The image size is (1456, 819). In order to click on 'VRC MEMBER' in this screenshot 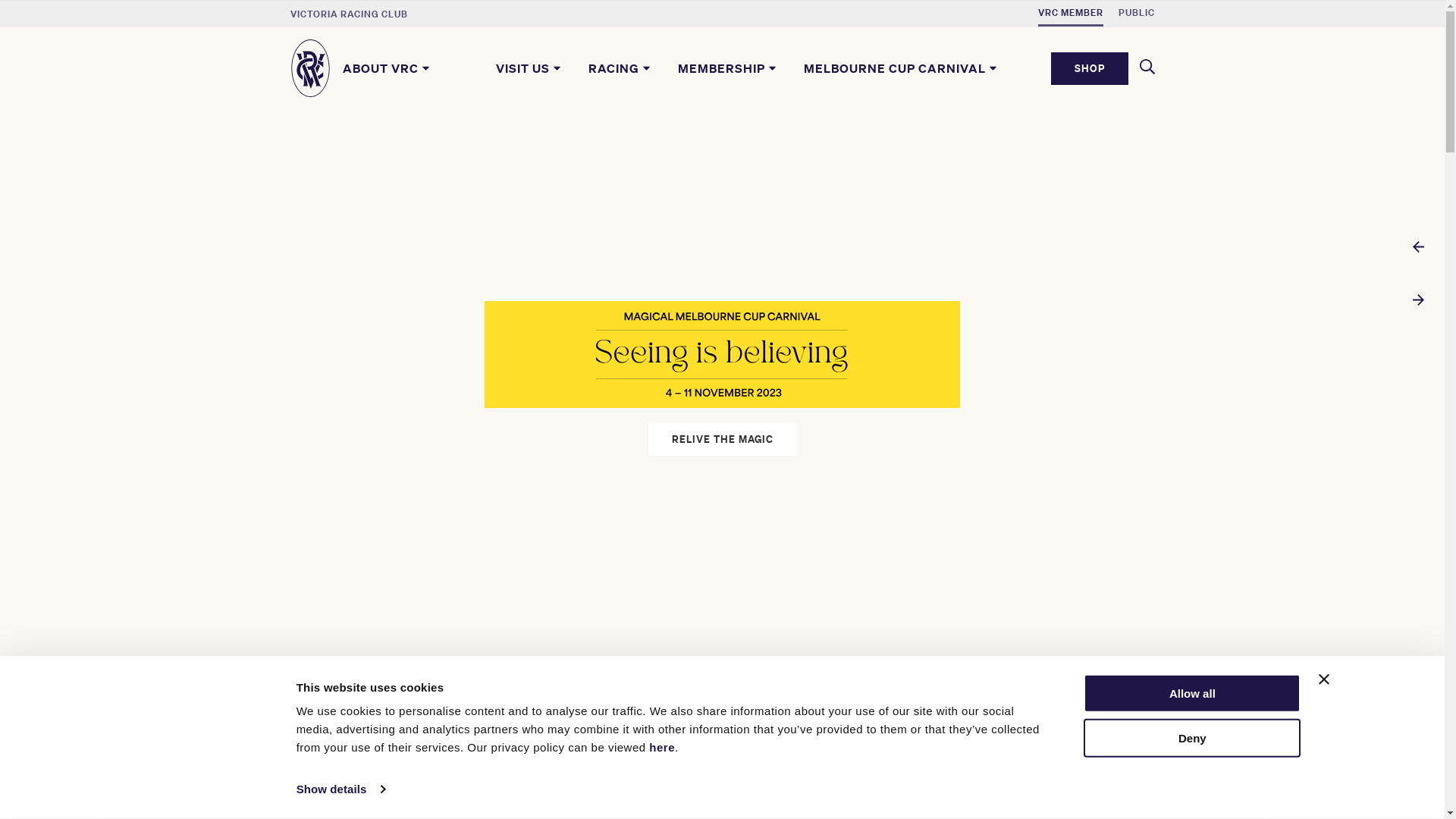, I will do `click(1069, 14)`.